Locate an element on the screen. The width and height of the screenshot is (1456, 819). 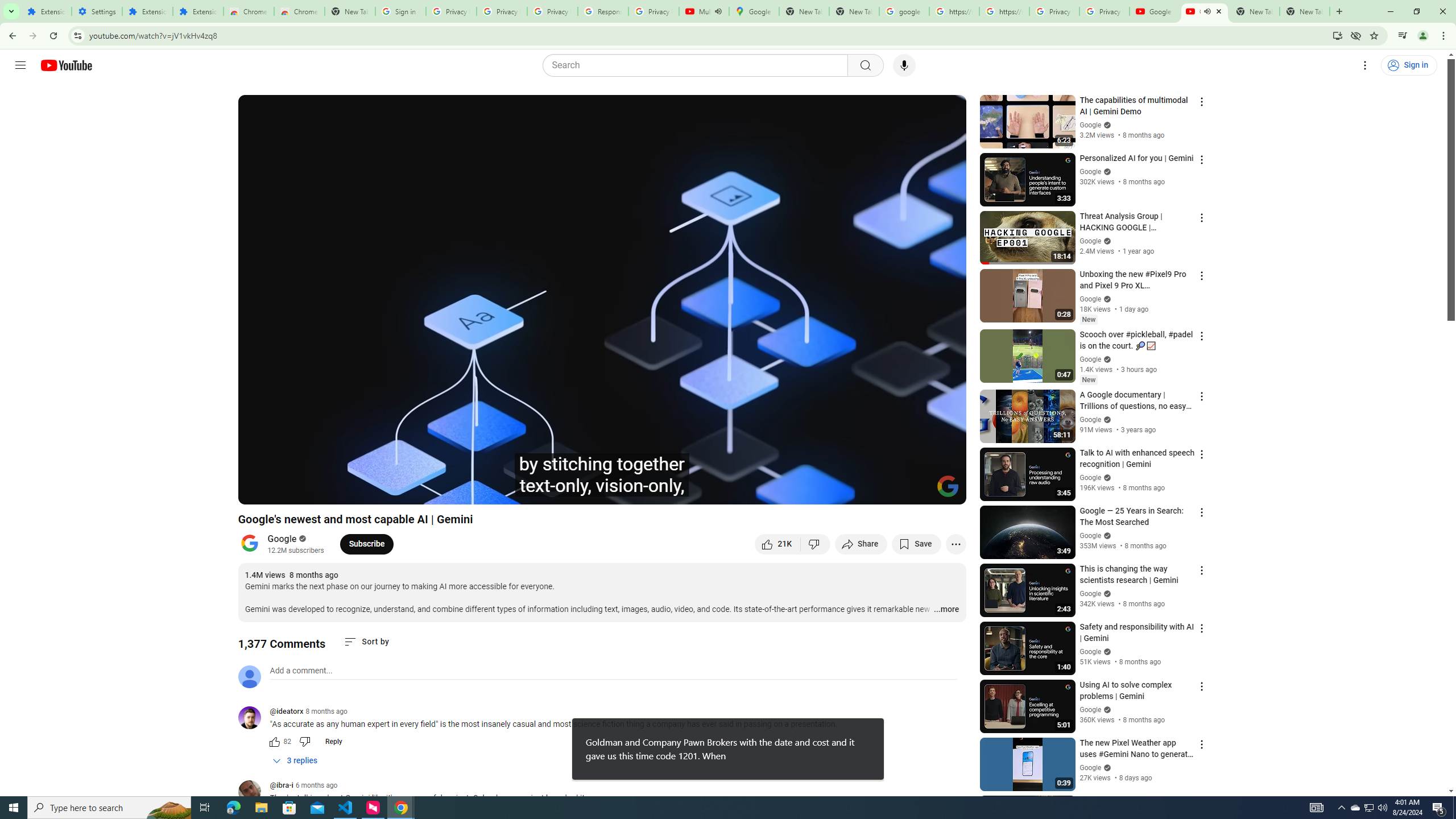
'Mute tab' is located at coordinates (1206, 11).